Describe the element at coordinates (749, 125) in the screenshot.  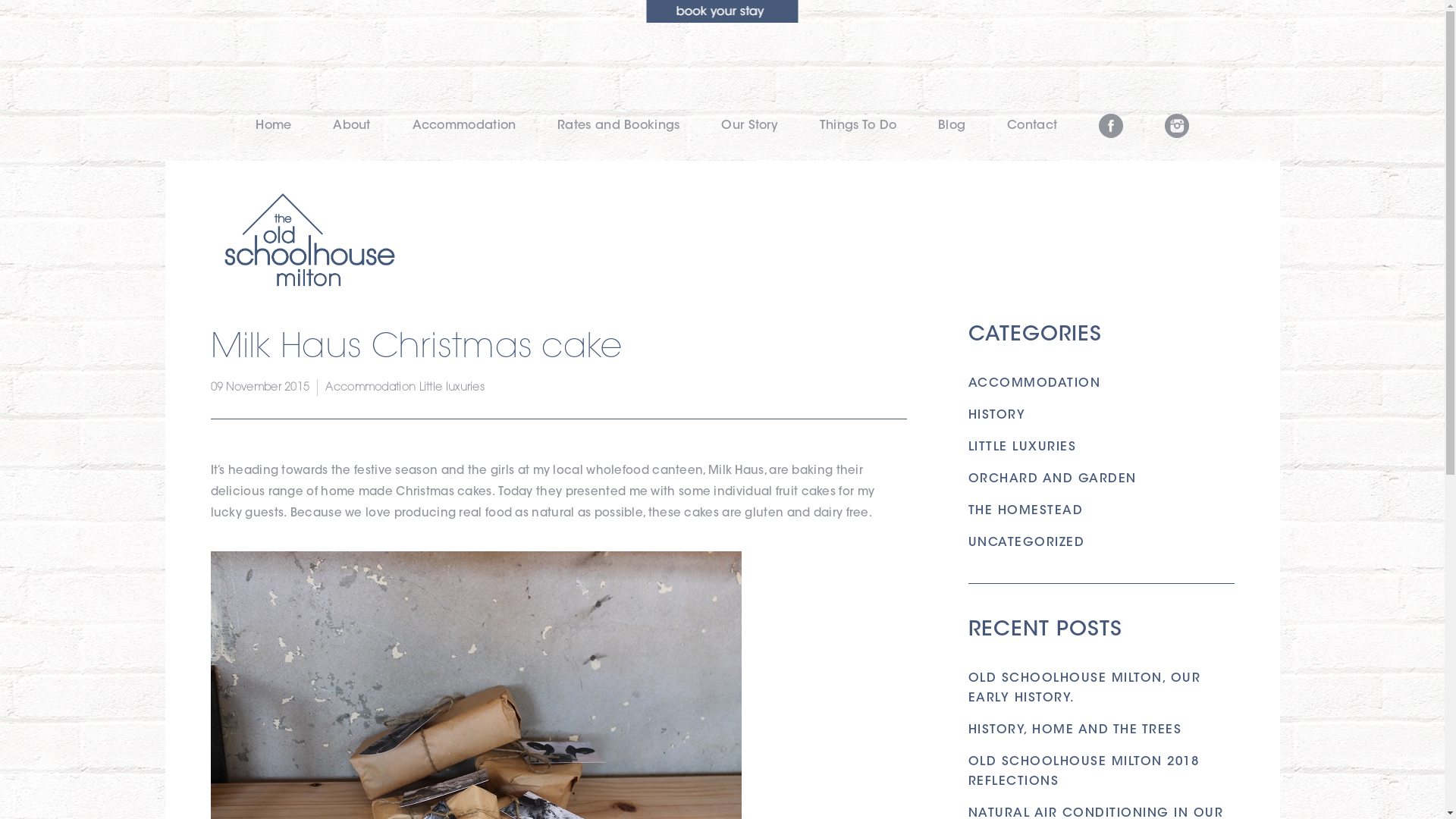
I see `'Our Story'` at that location.